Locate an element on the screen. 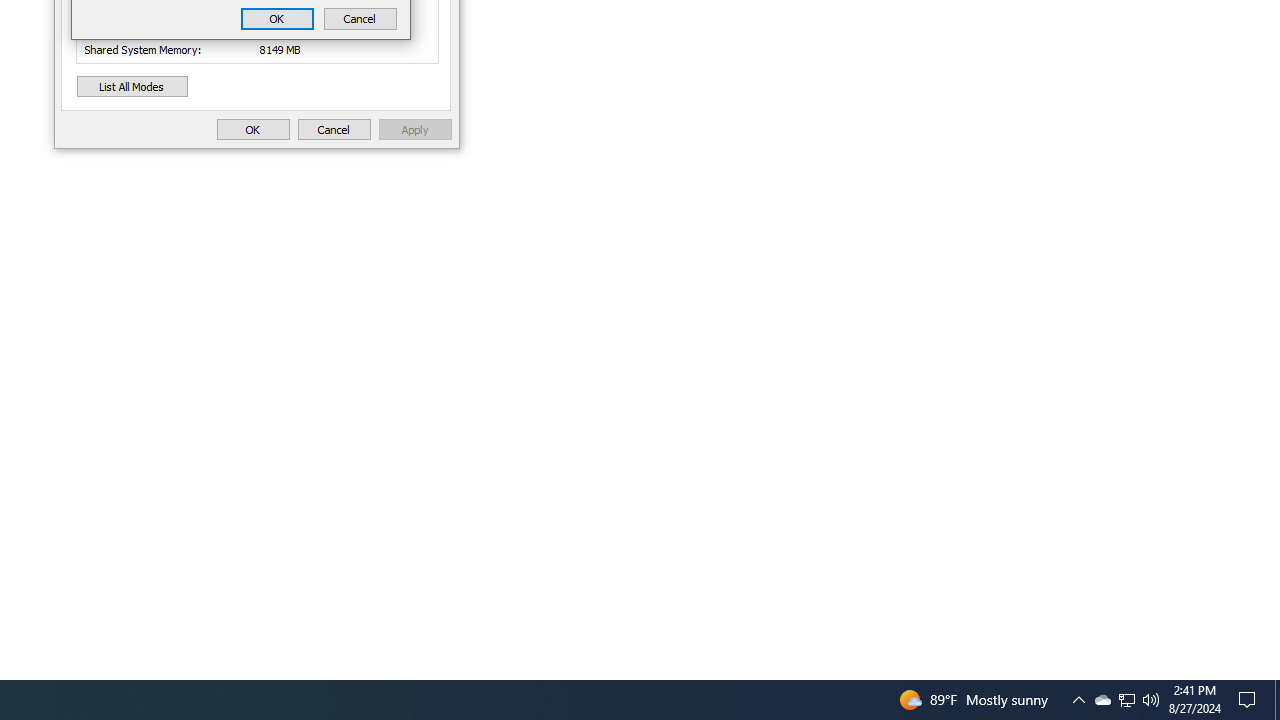 The image size is (1280, 720). 'Notification Chevron' is located at coordinates (1127, 698).